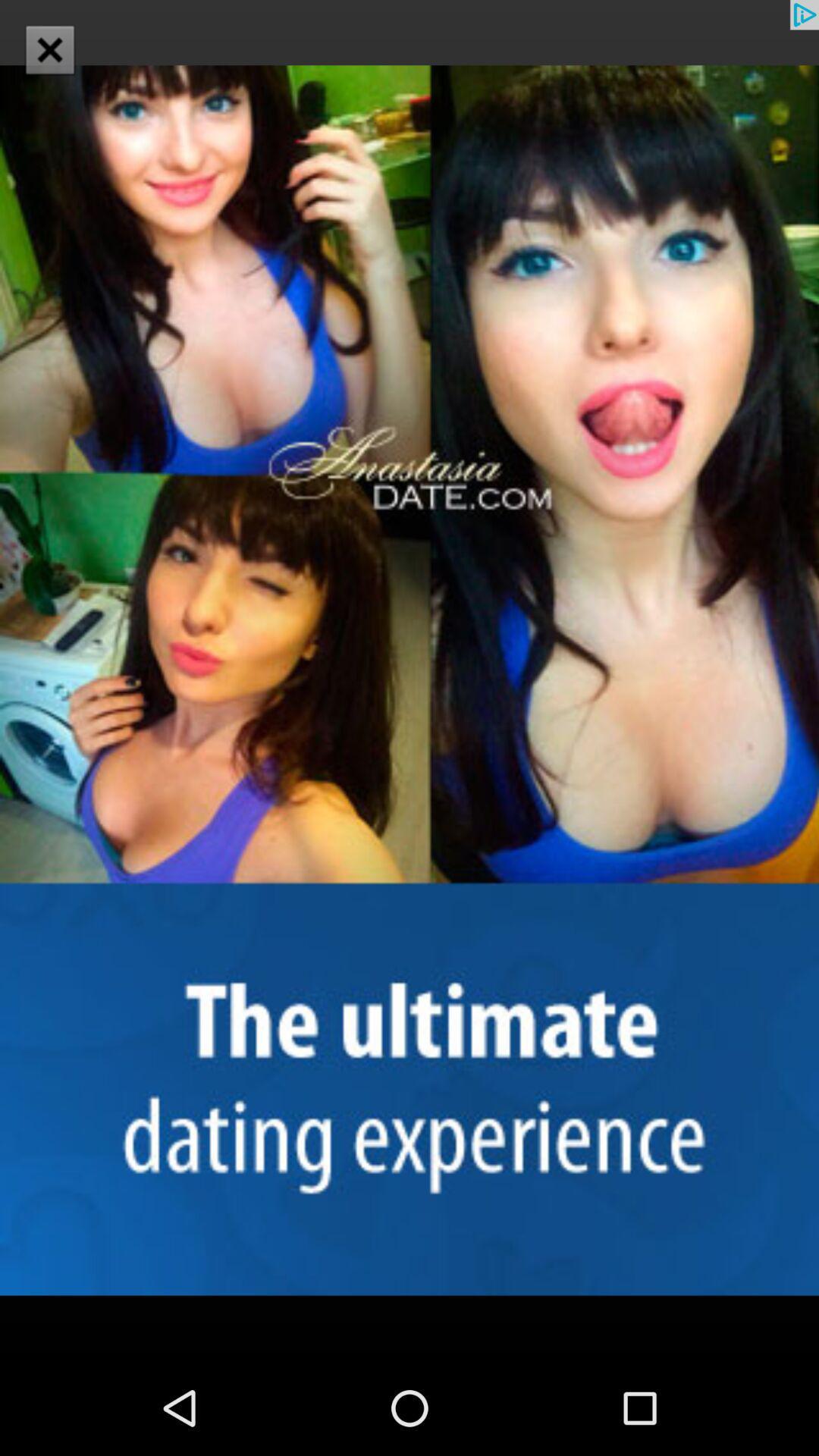 The image size is (819, 1456). I want to click on the close icon, so click(49, 53).